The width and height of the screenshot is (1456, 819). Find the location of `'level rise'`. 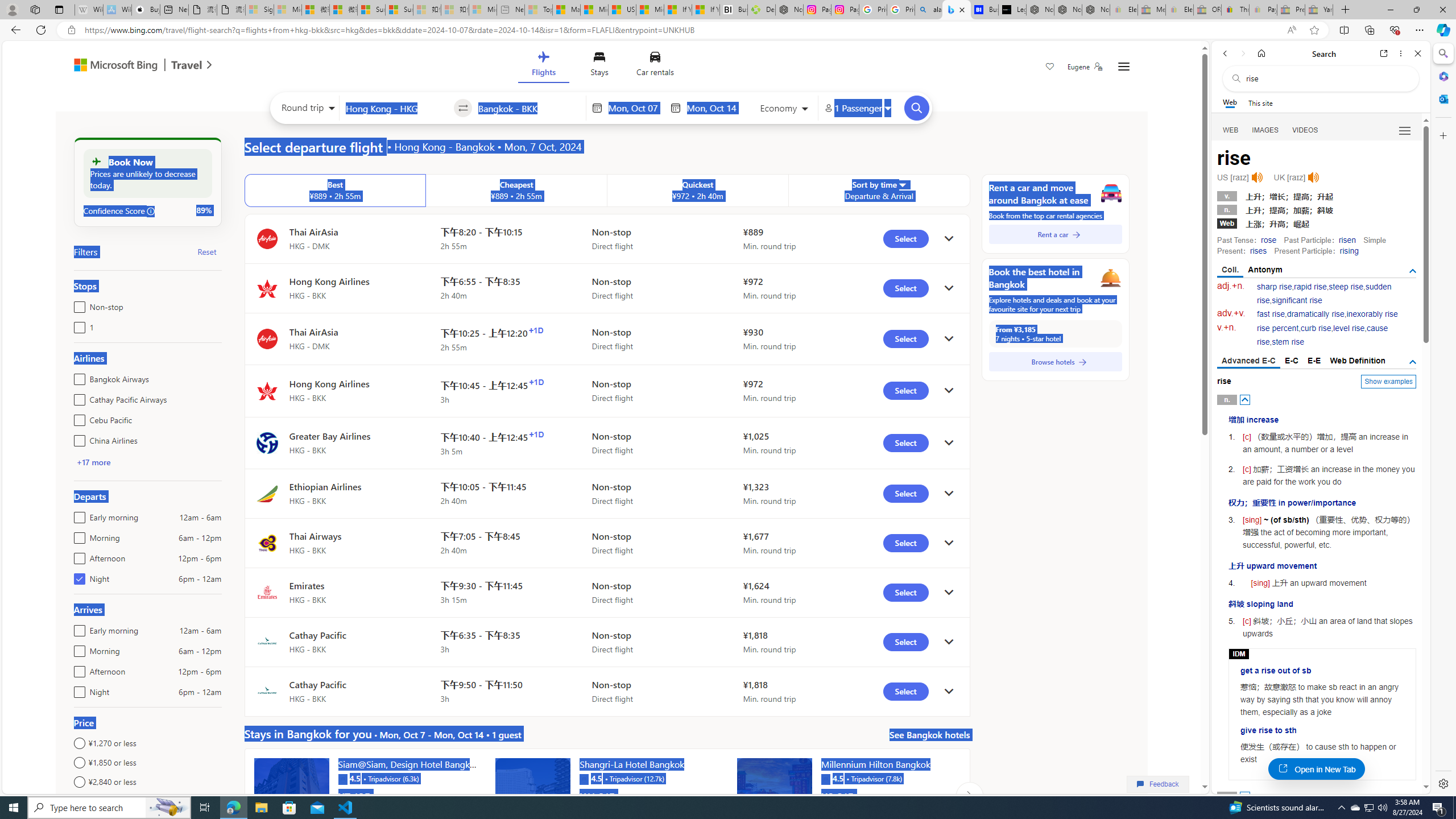

'level rise' is located at coordinates (1349, 328).